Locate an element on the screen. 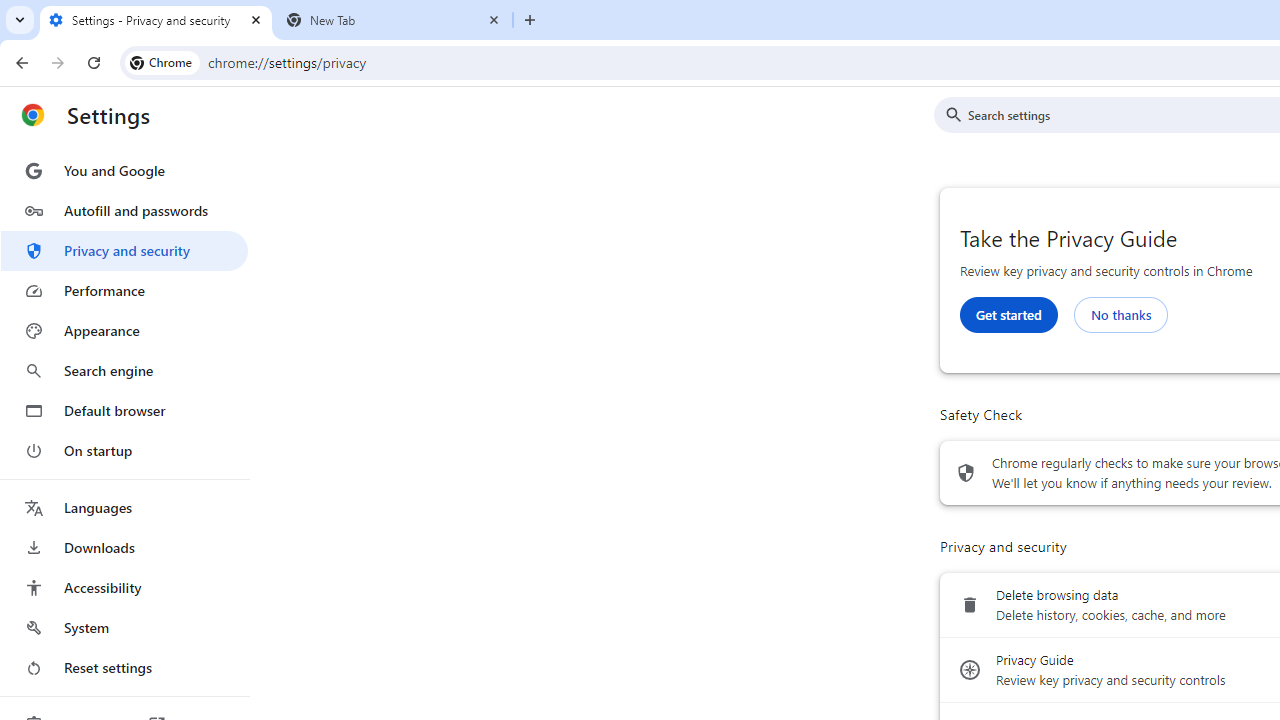 The height and width of the screenshot is (720, 1280). 'No thanks' is located at coordinates (1120, 314).